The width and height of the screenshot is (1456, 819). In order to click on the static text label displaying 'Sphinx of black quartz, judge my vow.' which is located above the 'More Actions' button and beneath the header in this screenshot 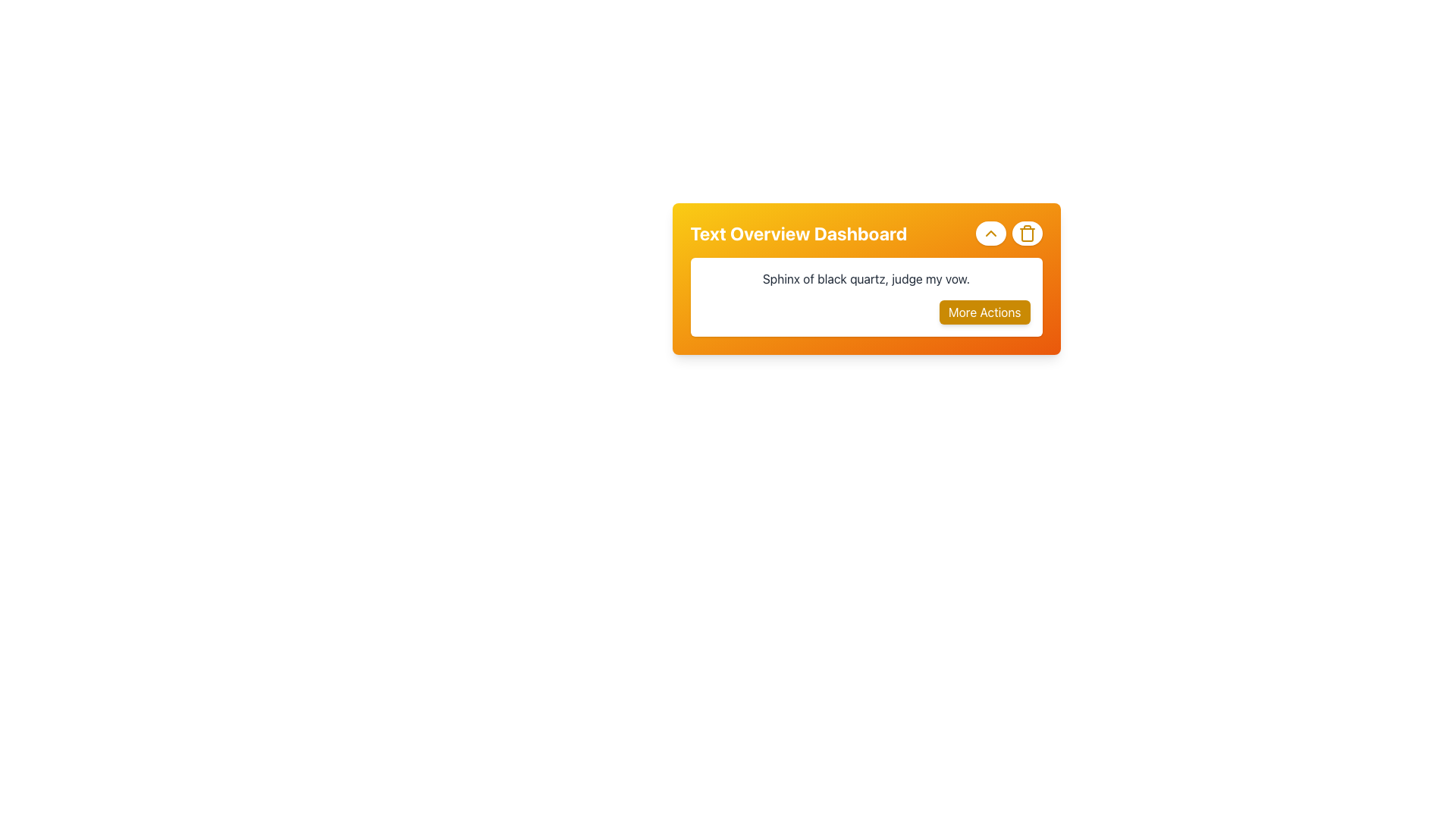, I will do `click(866, 278)`.